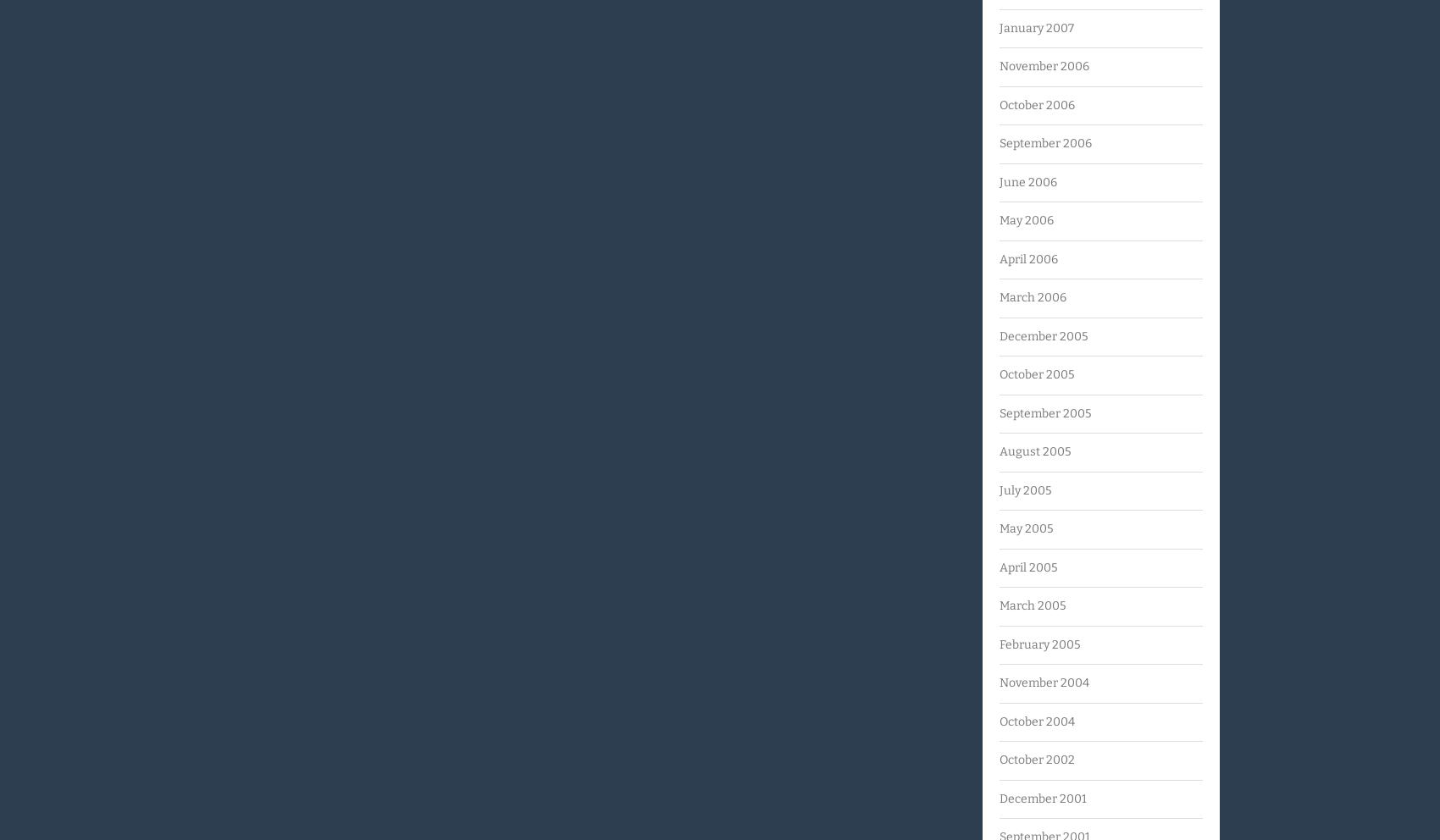 This screenshot has width=1440, height=840. Describe the element at coordinates (1036, 26) in the screenshot. I see `'January 2007'` at that location.